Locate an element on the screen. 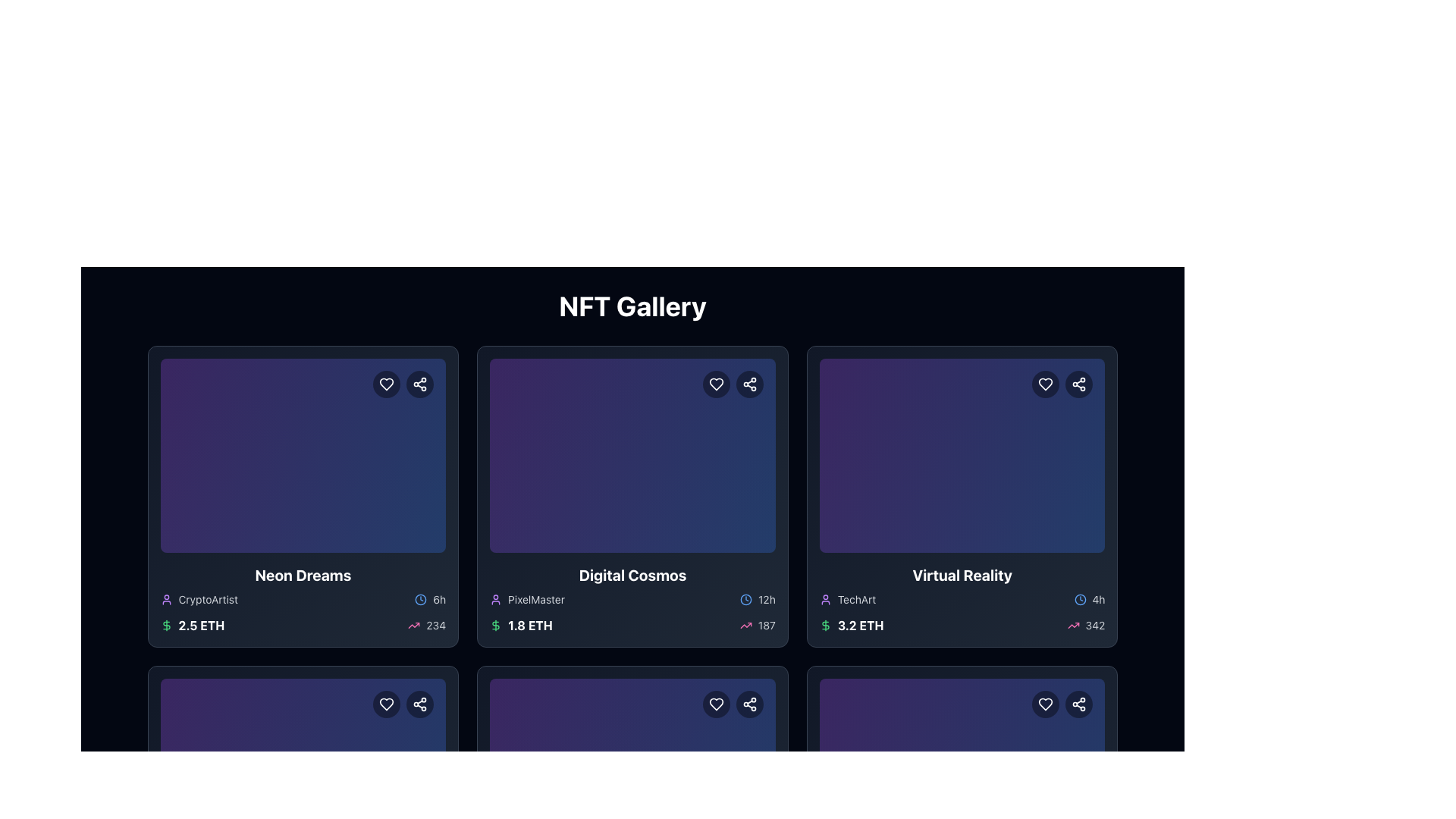  text from the User label with icon that signifies the user or author name 'PixelMaster', located in the bottom left corner of the 'Digital Cosmos' card, above the cryptocurrency value is located at coordinates (527, 598).